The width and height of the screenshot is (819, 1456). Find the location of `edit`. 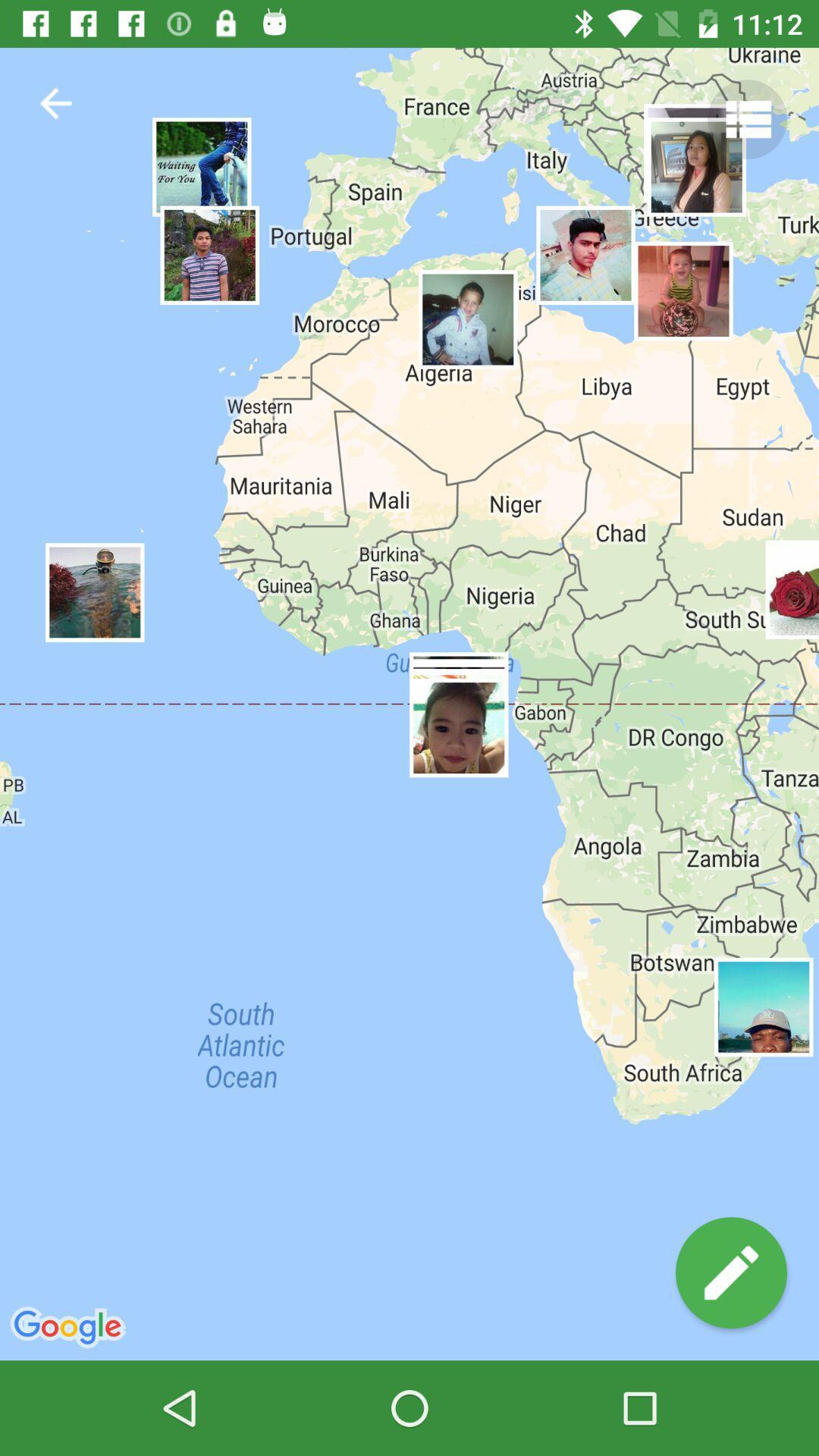

edit is located at coordinates (730, 1272).